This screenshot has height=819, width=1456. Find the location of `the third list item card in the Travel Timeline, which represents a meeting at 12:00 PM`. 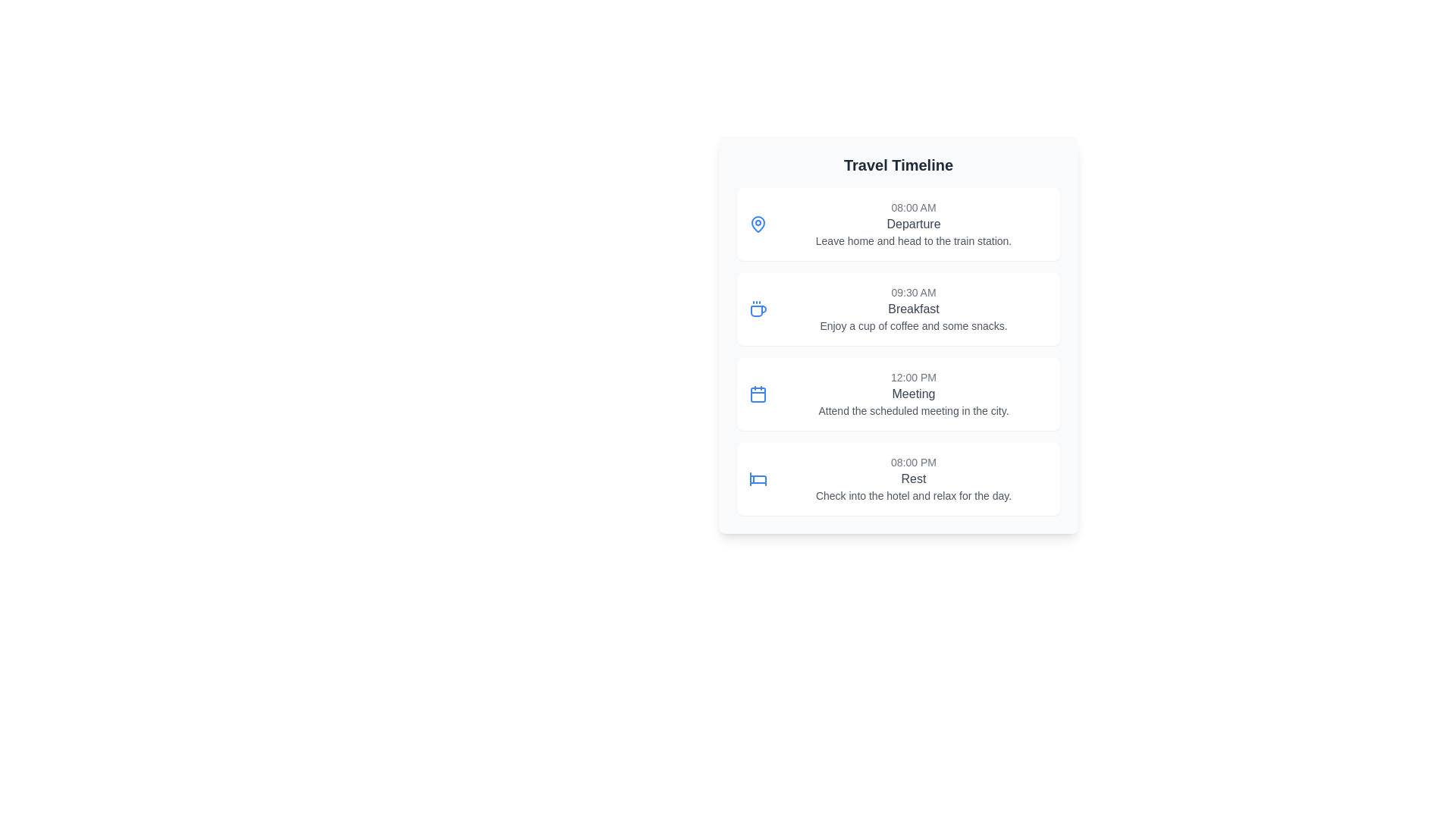

the third list item card in the Travel Timeline, which represents a meeting at 12:00 PM is located at coordinates (899, 394).